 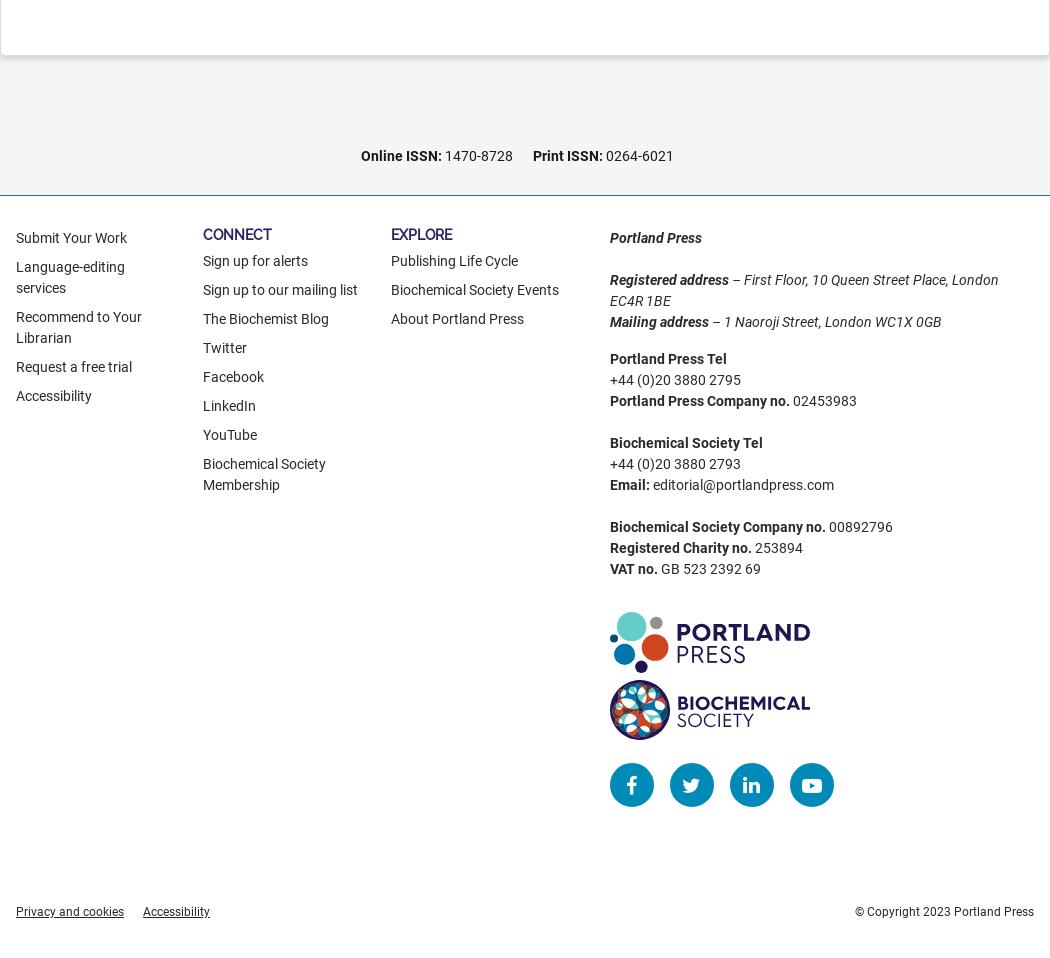 I want to click on '+44 (0)20 3880 2795', so click(x=673, y=379).